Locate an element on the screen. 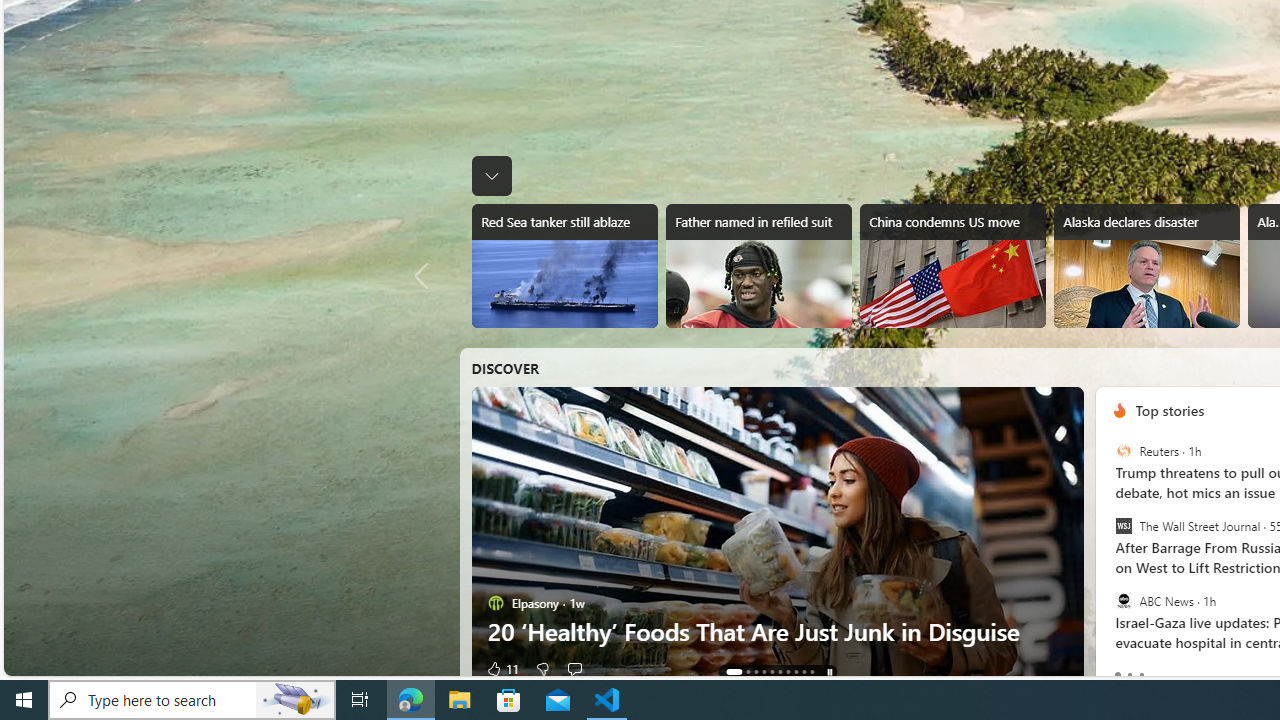 The image size is (1280, 720). 'The Wall Street Journal' is located at coordinates (1123, 525).